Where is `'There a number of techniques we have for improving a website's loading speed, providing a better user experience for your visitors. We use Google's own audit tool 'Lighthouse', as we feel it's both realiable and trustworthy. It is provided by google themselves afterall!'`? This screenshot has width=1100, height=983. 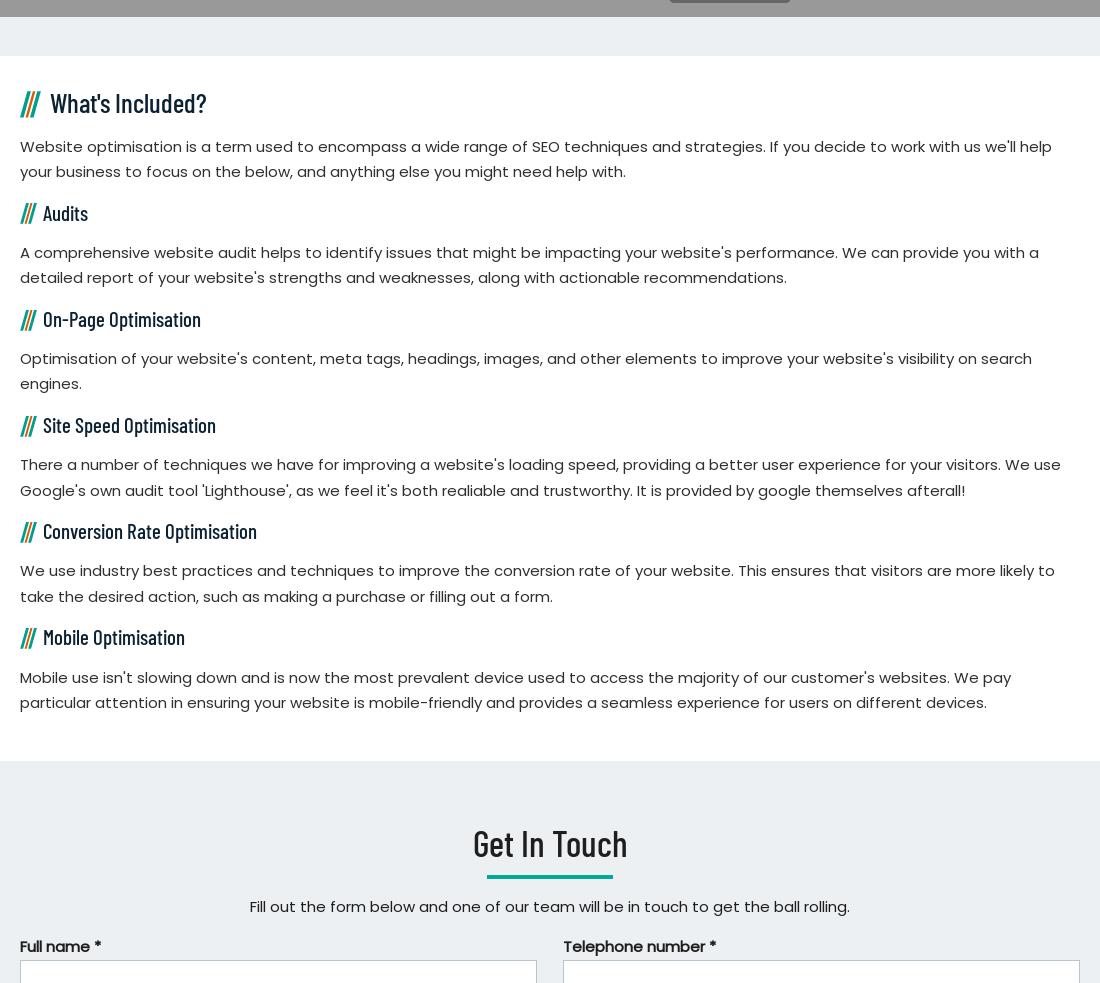 'There a number of techniques we have for improving a website's loading speed, providing a better user experience for your visitors. We use Google's own audit tool 'Lighthouse', as we feel it's both realiable and trustworthy. It is provided by google themselves afterall!' is located at coordinates (540, 475).